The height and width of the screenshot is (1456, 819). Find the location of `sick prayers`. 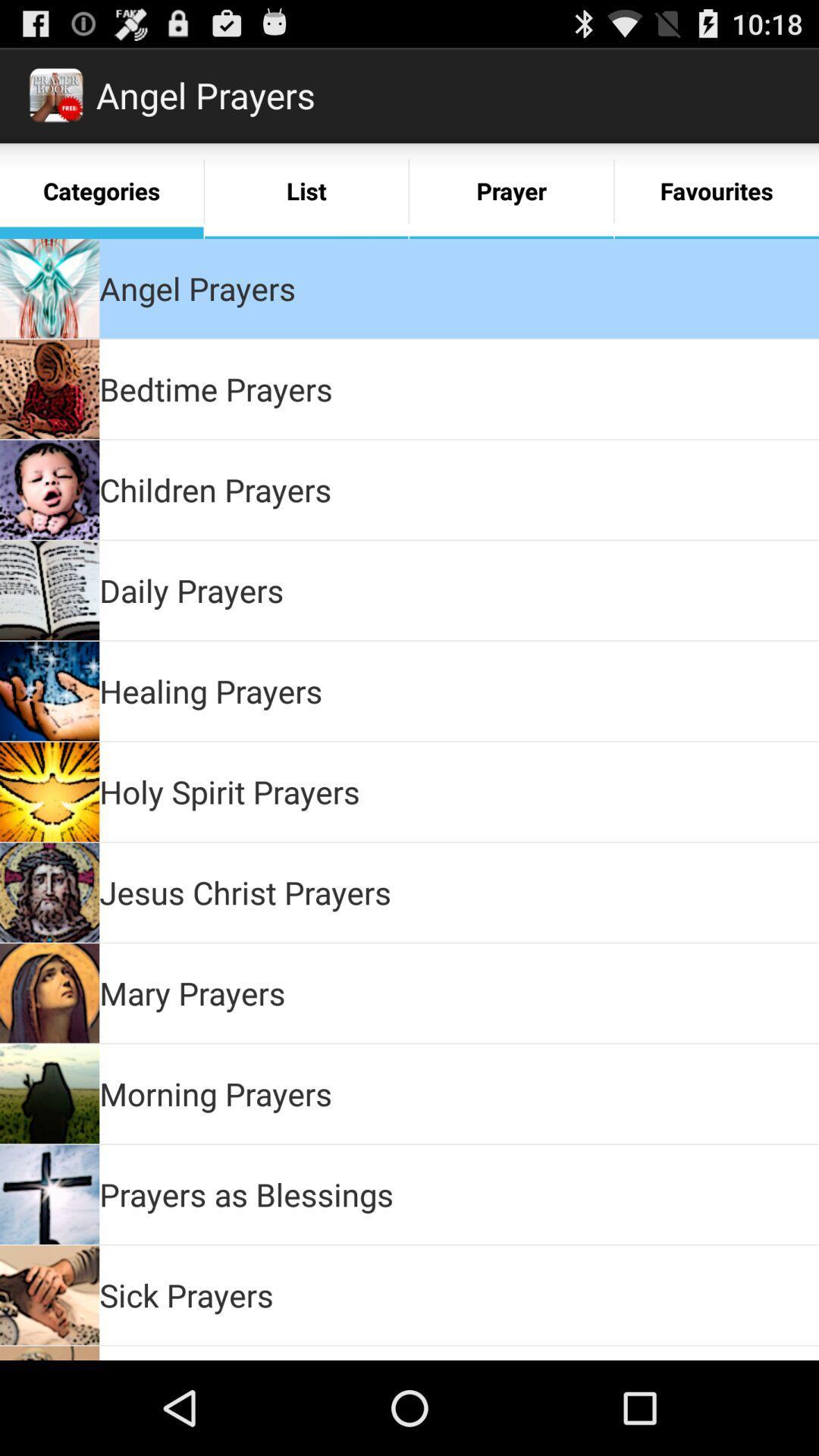

sick prayers is located at coordinates (186, 1294).